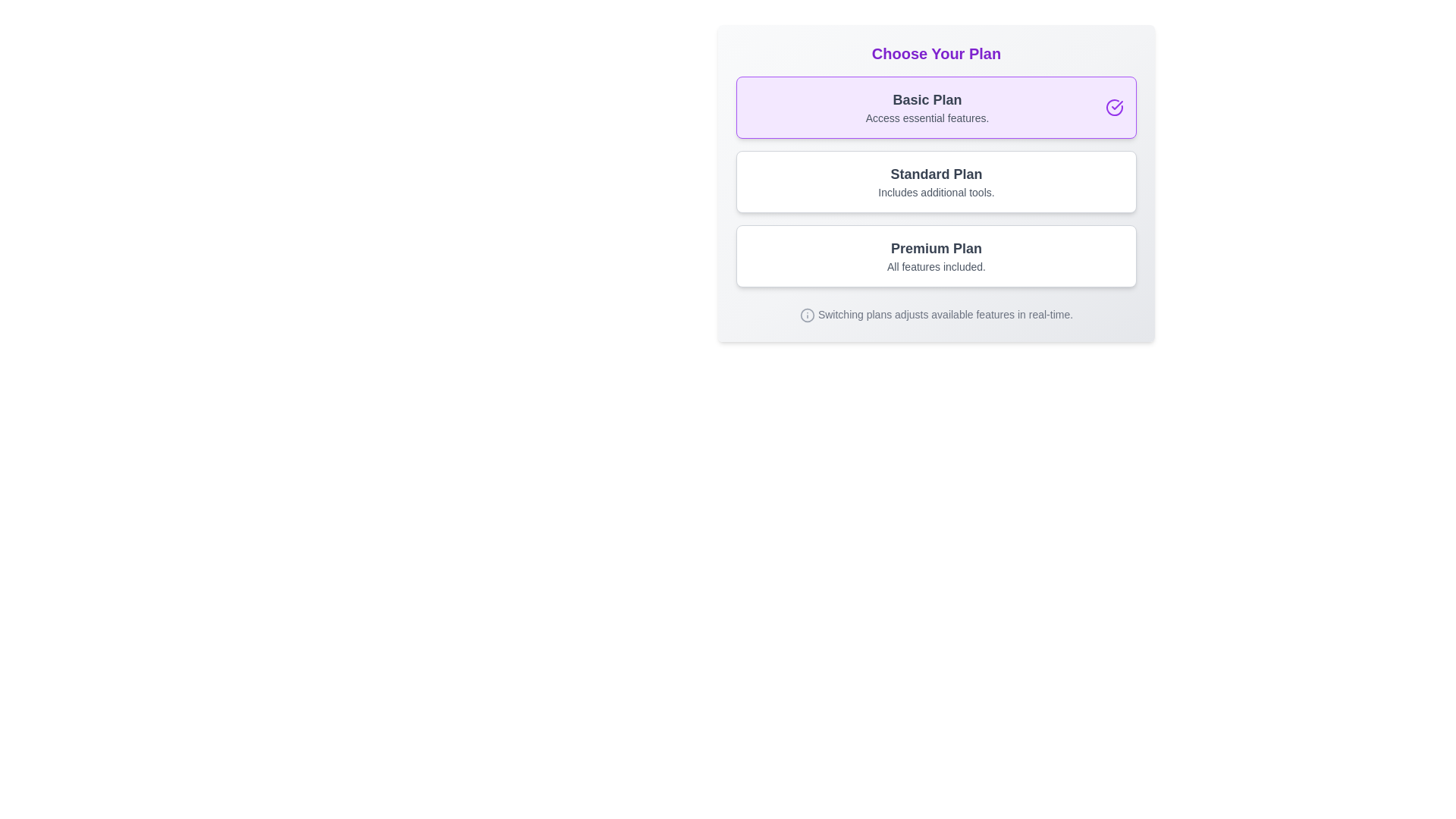 The height and width of the screenshot is (819, 1456). I want to click on the static text providing a brief description of the features associated with the 'Basic Plan', located centrally in the interface beneath the header text 'Basic Plan', so click(927, 117).